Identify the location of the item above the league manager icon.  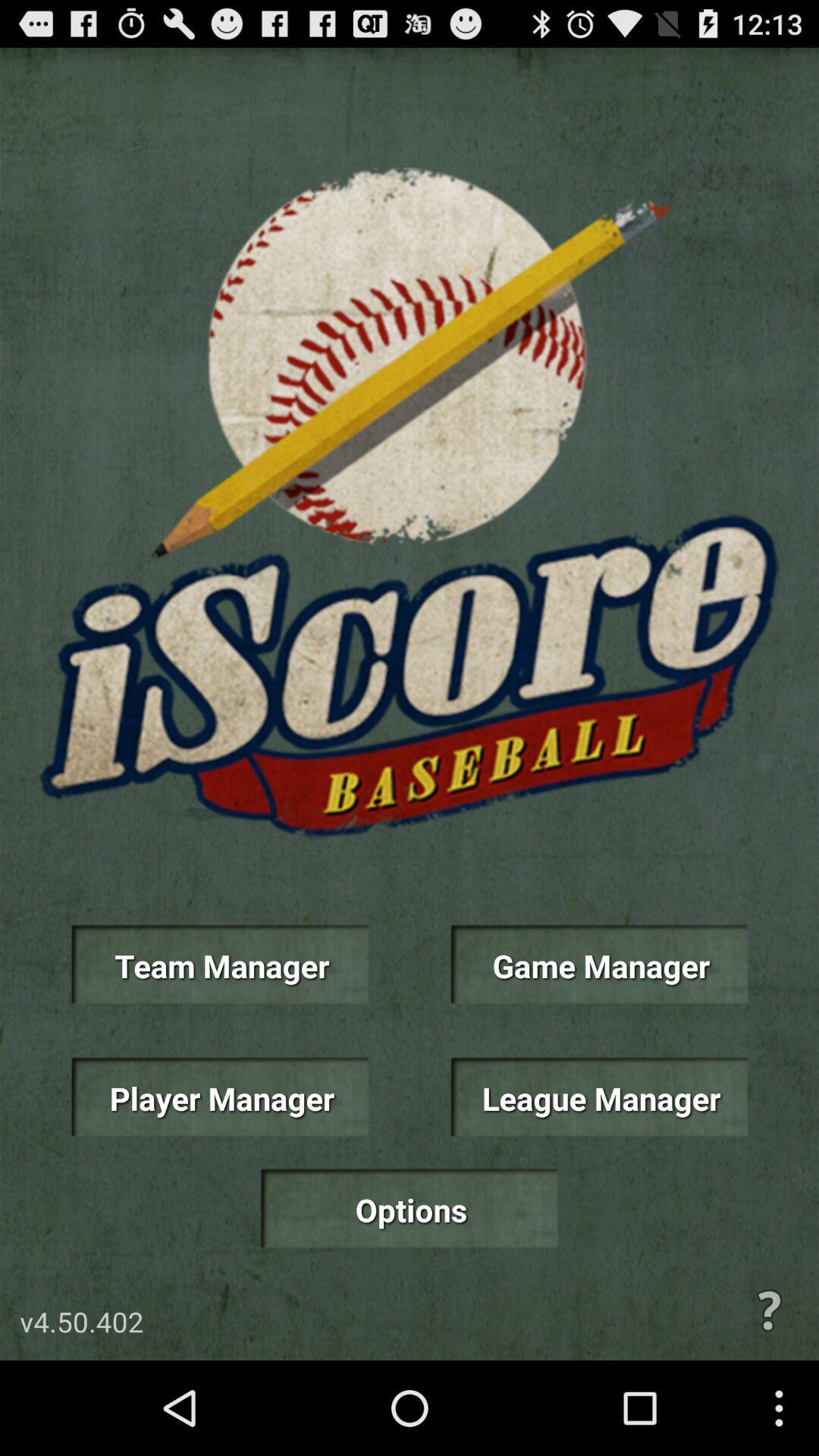
(598, 964).